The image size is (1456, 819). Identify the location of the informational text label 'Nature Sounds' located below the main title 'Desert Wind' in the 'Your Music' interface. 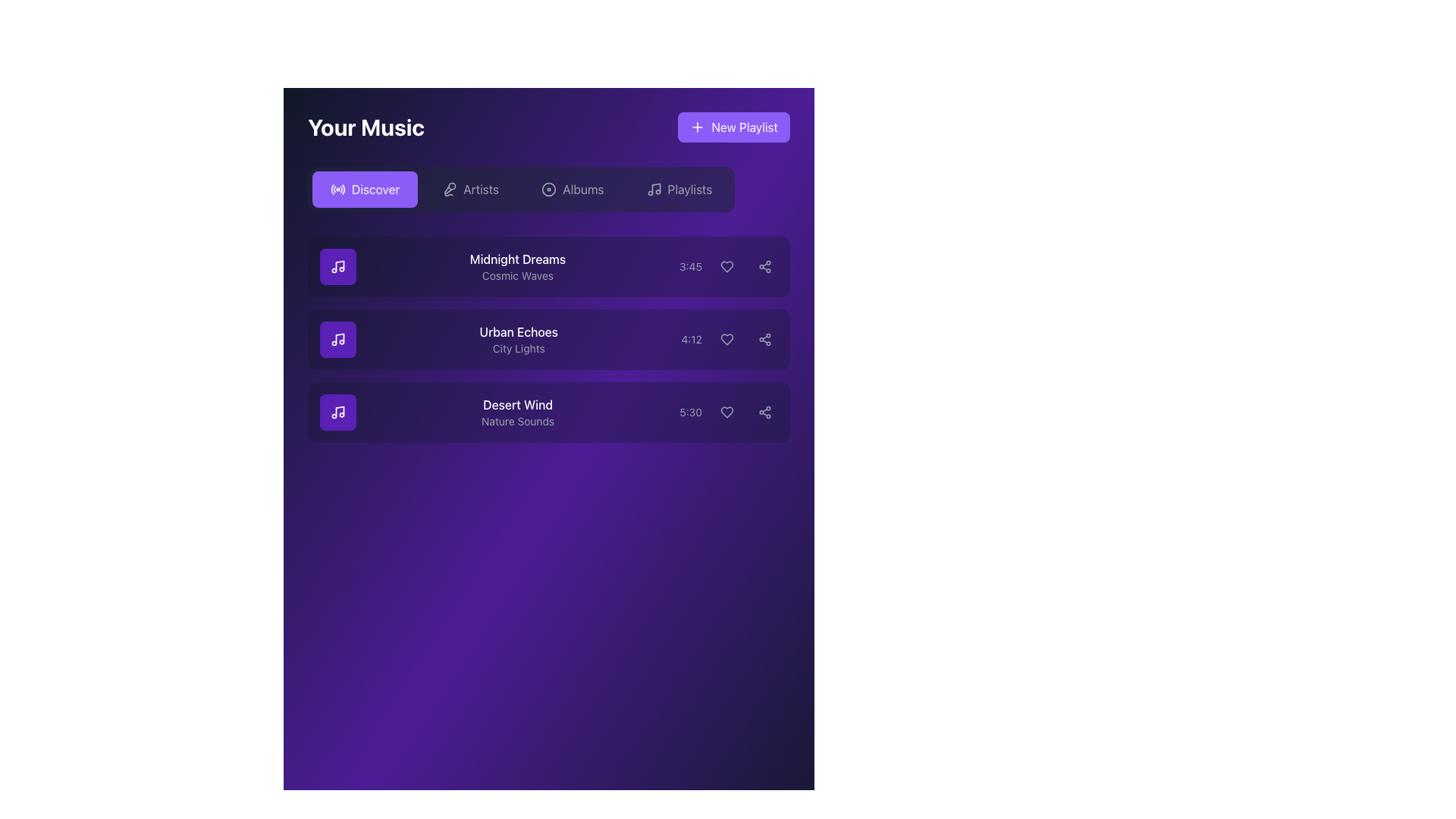
(518, 421).